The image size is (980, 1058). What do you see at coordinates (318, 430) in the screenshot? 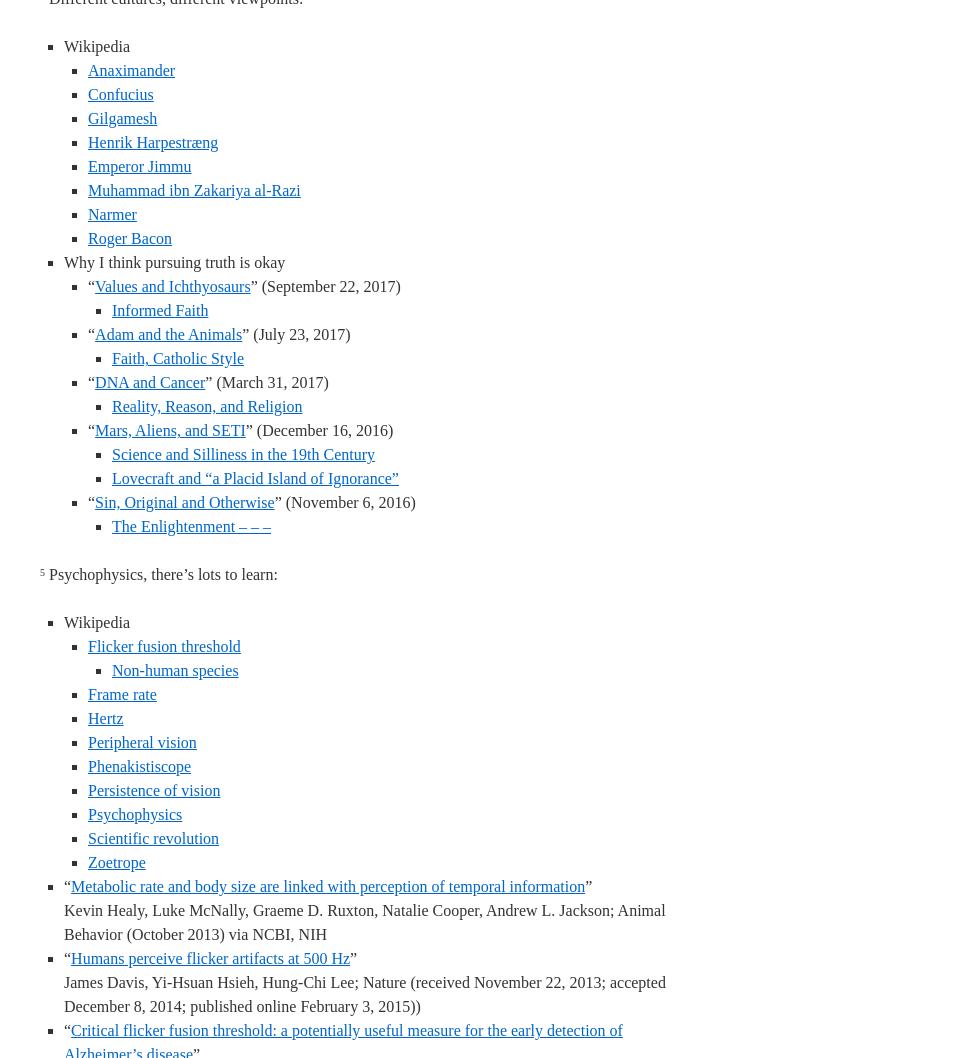
I see `'” (December 16, 2016)'` at bounding box center [318, 430].